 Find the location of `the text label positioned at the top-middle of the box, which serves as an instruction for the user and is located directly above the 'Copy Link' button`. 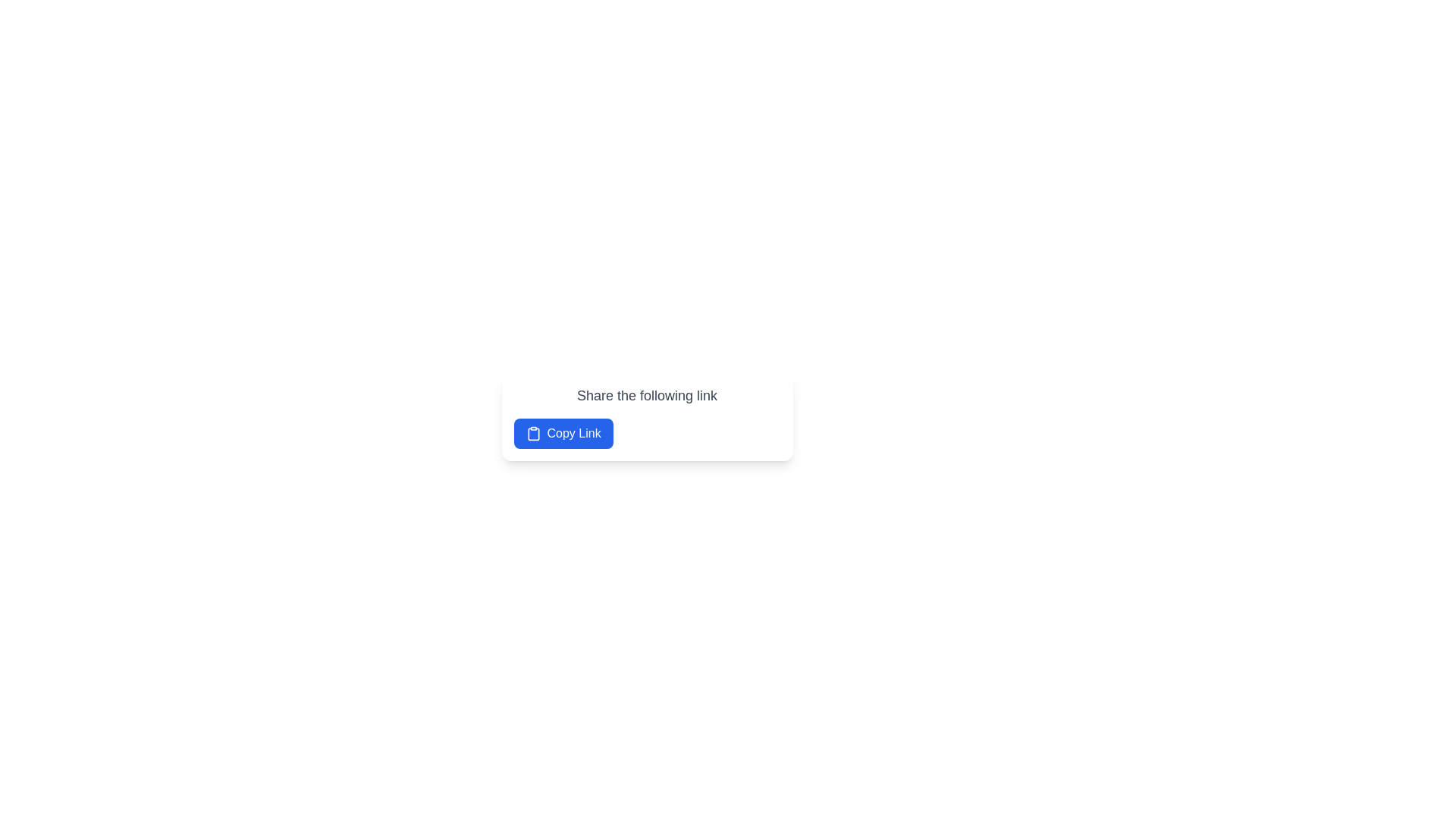

the text label positioned at the top-middle of the box, which serves as an instruction for the user and is located directly above the 'Copy Link' button is located at coordinates (647, 394).